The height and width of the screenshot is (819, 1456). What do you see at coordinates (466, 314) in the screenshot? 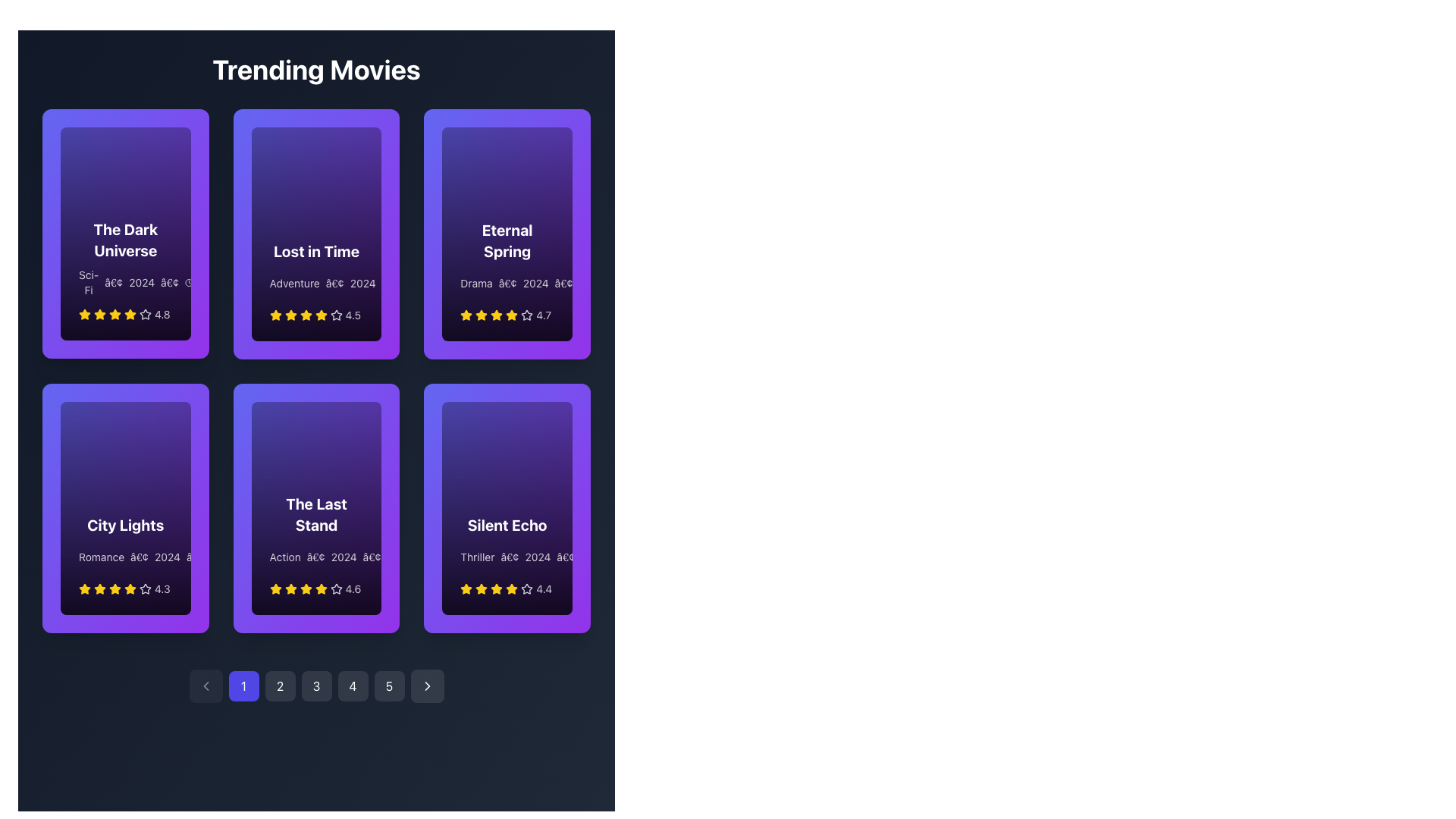
I see `the star icon representing the rating for the movie 'Eternal Spring', located in the first position of the rating stars under the movie card` at bounding box center [466, 314].